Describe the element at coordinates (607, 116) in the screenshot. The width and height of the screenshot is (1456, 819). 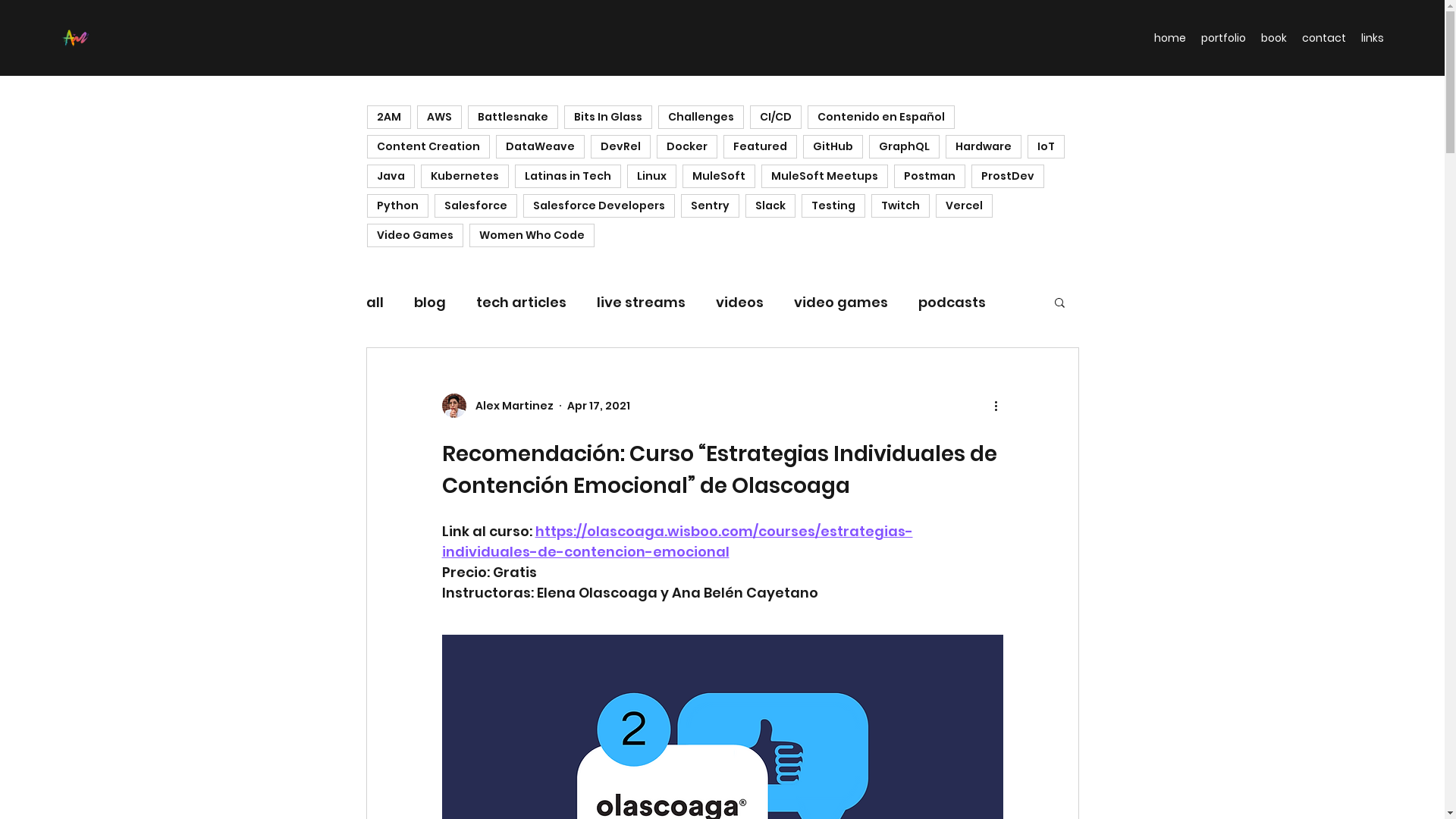
I see `'Bits In Glass'` at that location.